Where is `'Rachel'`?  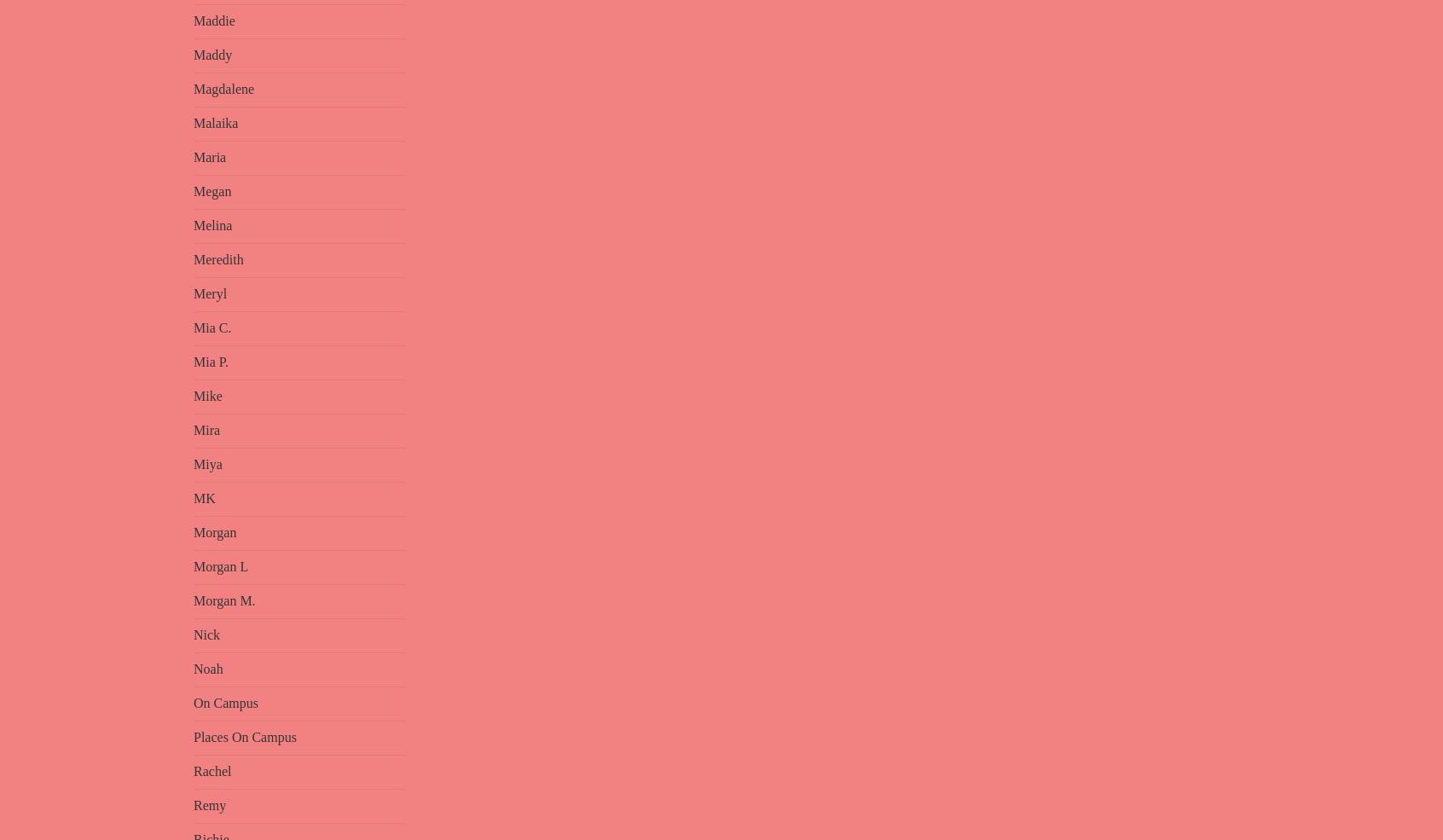 'Rachel' is located at coordinates (194, 771).